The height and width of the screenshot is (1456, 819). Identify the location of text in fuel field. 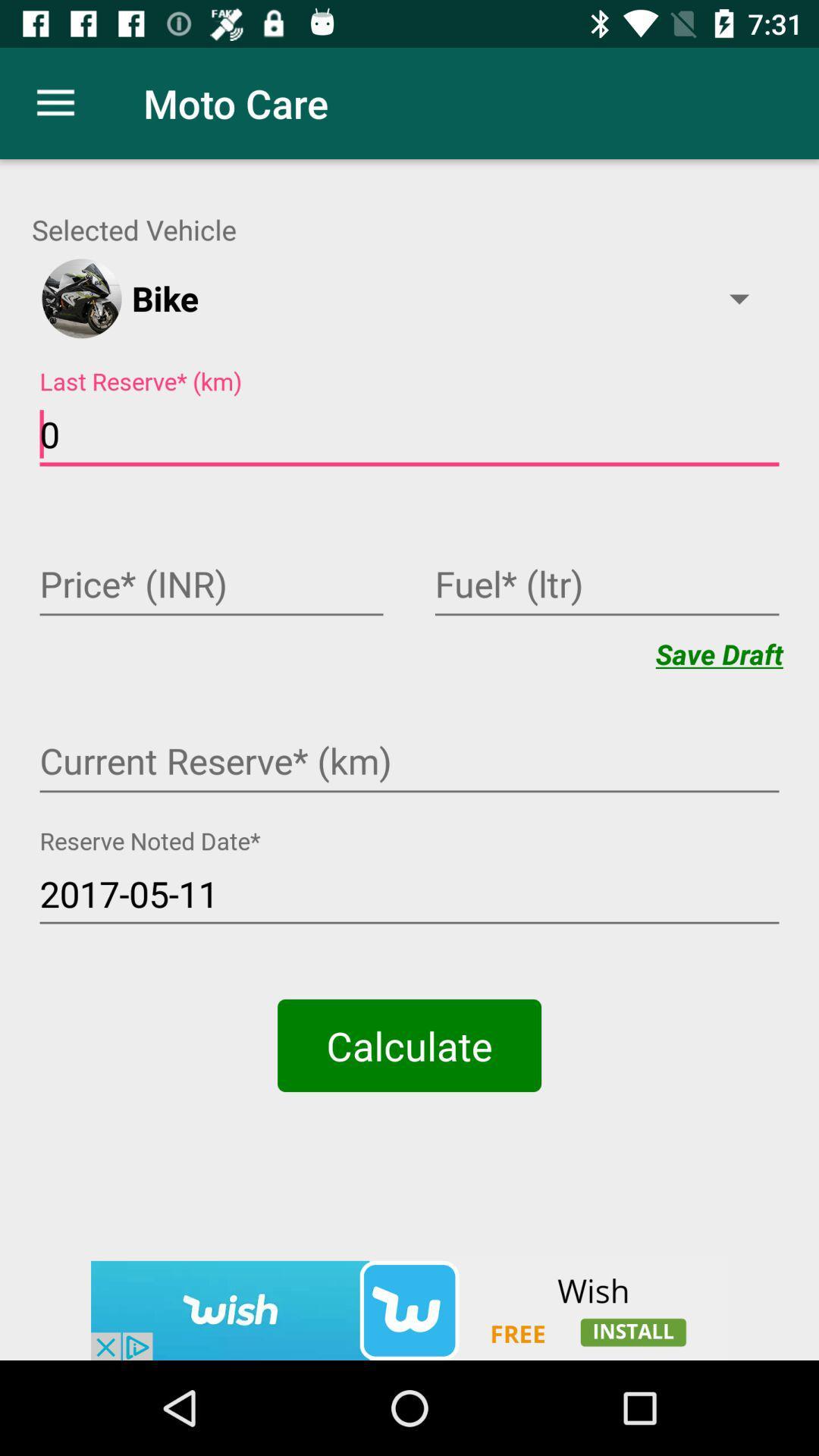
(606, 585).